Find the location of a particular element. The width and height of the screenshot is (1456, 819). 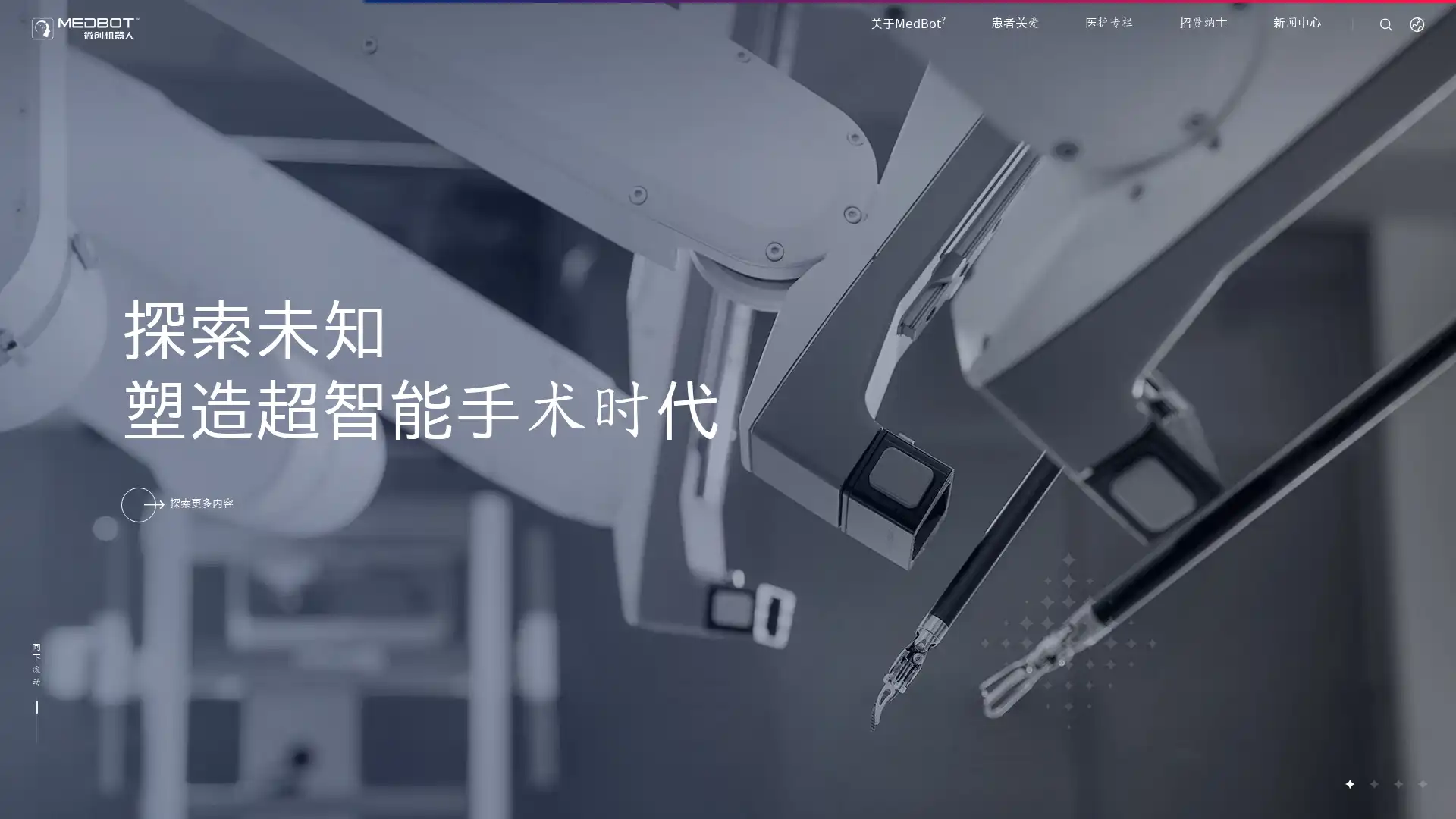

Go to slide 2 is located at coordinates (1373, 783).